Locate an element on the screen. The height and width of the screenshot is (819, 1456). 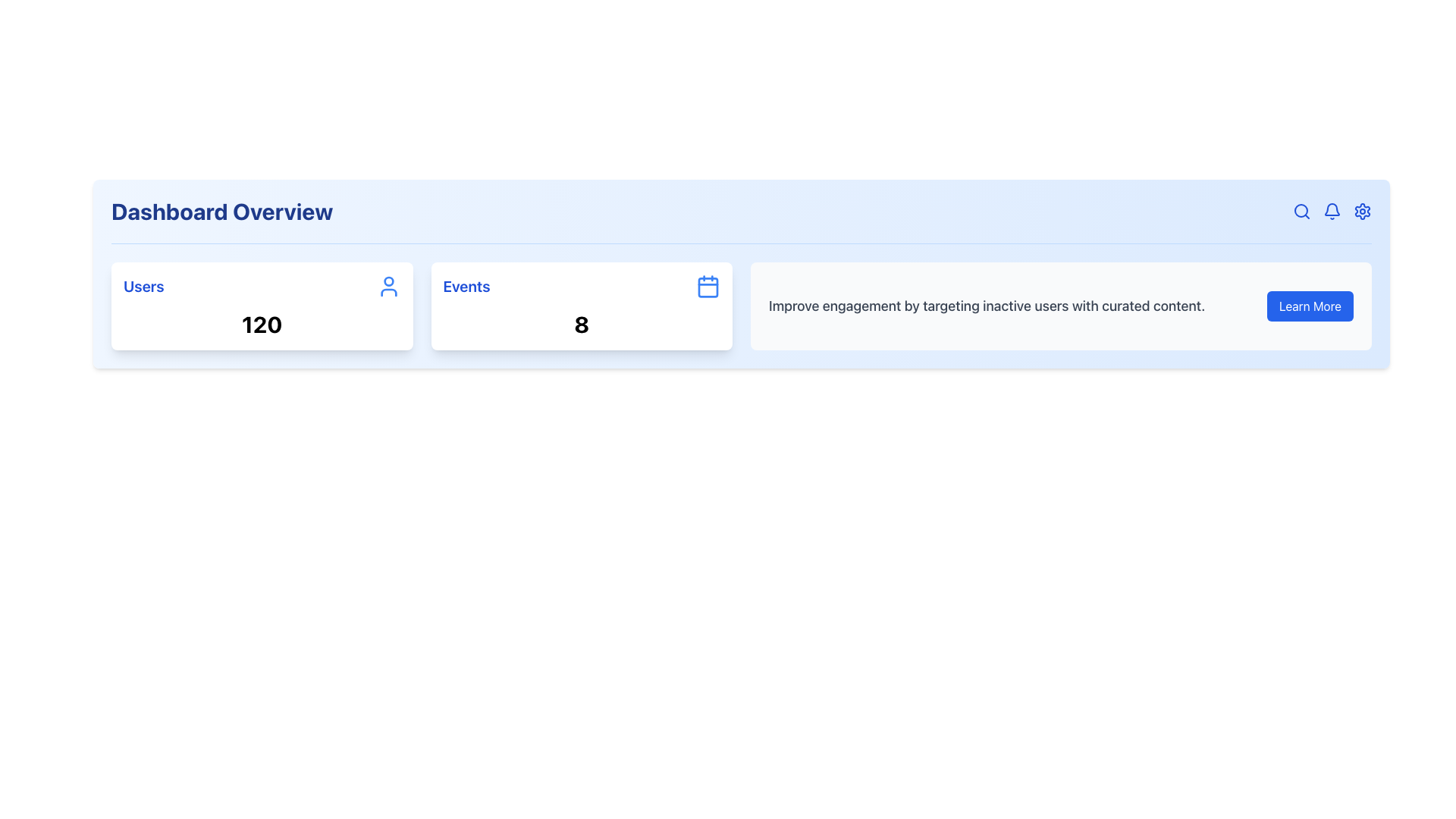
text from the 'Dashboard Overview' text label, which is displayed in large, bold, deep blue font in the upper-left side of the header area is located at coordinates (221, 211).